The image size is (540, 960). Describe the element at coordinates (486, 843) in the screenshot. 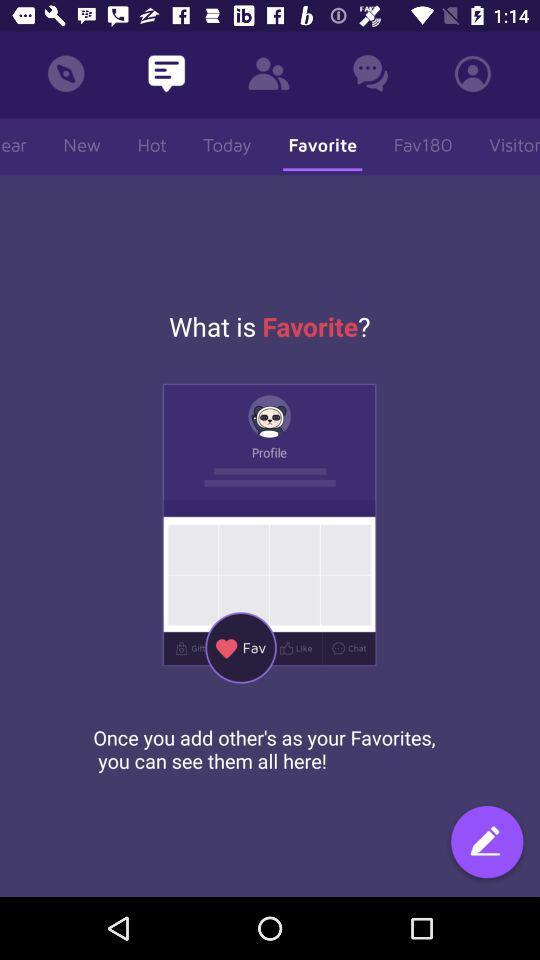

I see `type in` at that location.